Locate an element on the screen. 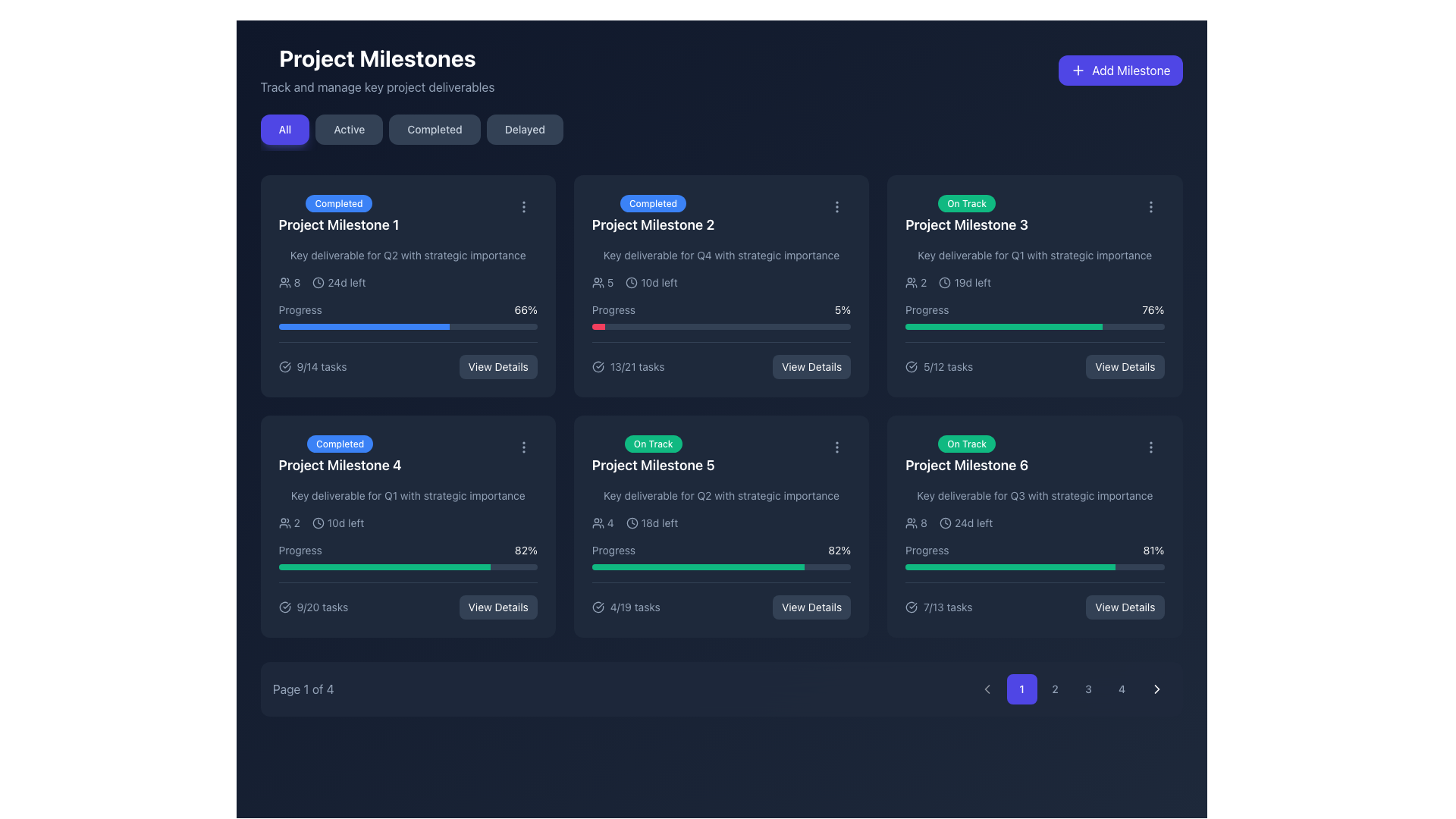 The height and width of the screenshot is (819, 1456). the button located in the bottom-right corner of the card for 'Project Milestone 6' is located at coordinates (1125, 607).